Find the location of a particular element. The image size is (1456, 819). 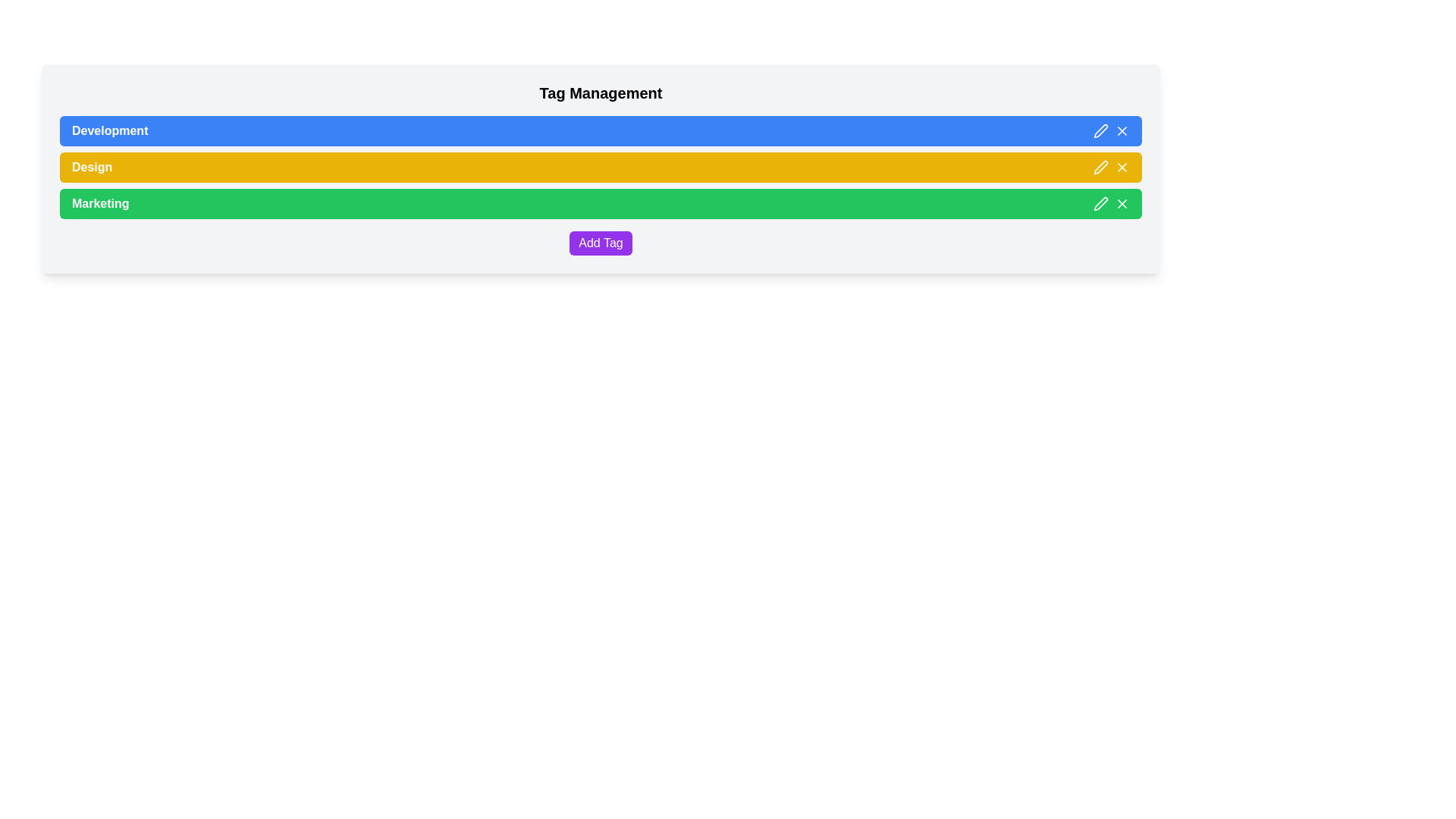

the close button represented by a white 'X' symbol on a blue background located at the top right corner of the 'Development' list item is located at coordinates (1122, 130).